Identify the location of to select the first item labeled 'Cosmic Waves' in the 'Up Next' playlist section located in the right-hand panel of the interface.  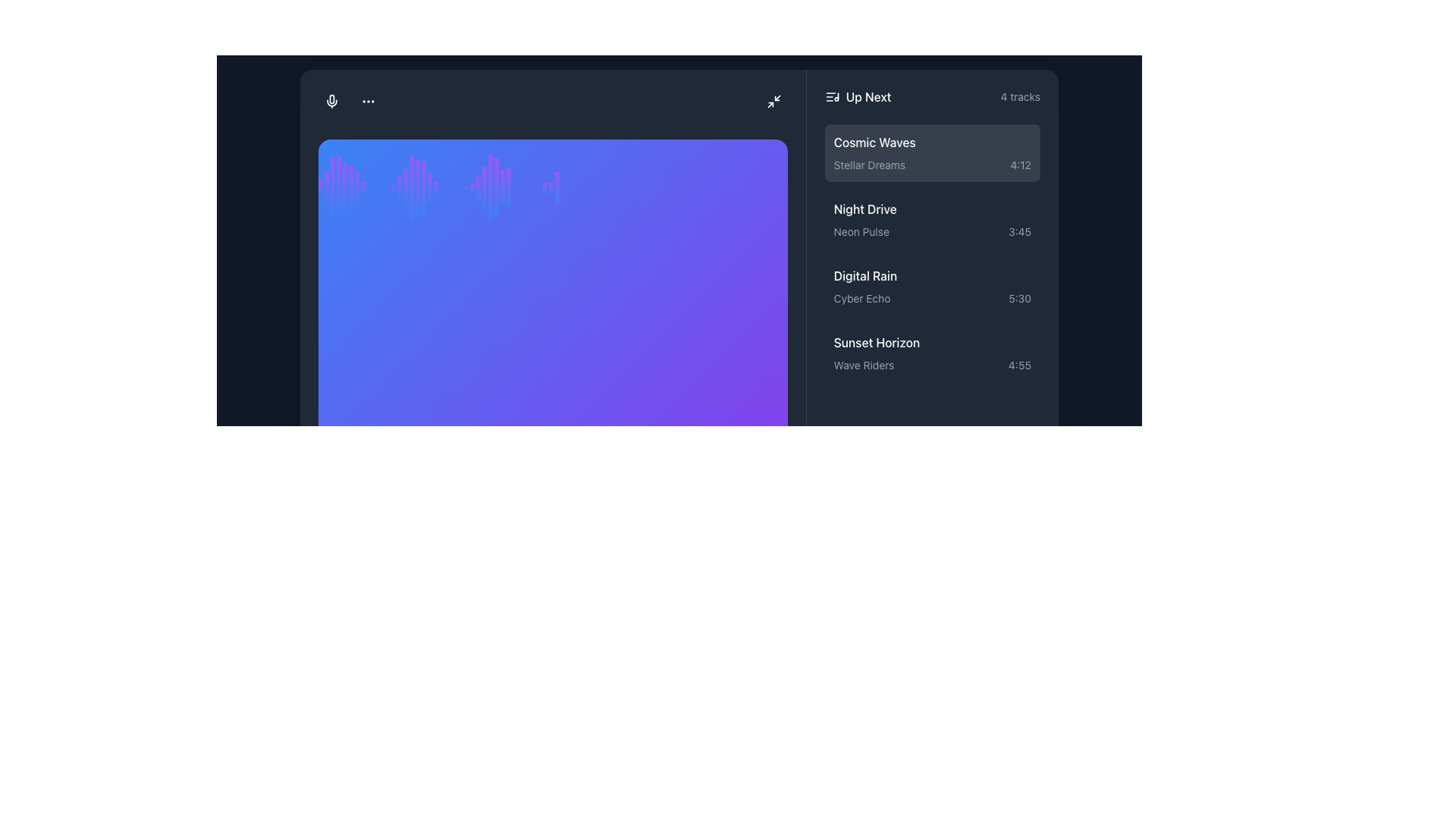
(931, 152).